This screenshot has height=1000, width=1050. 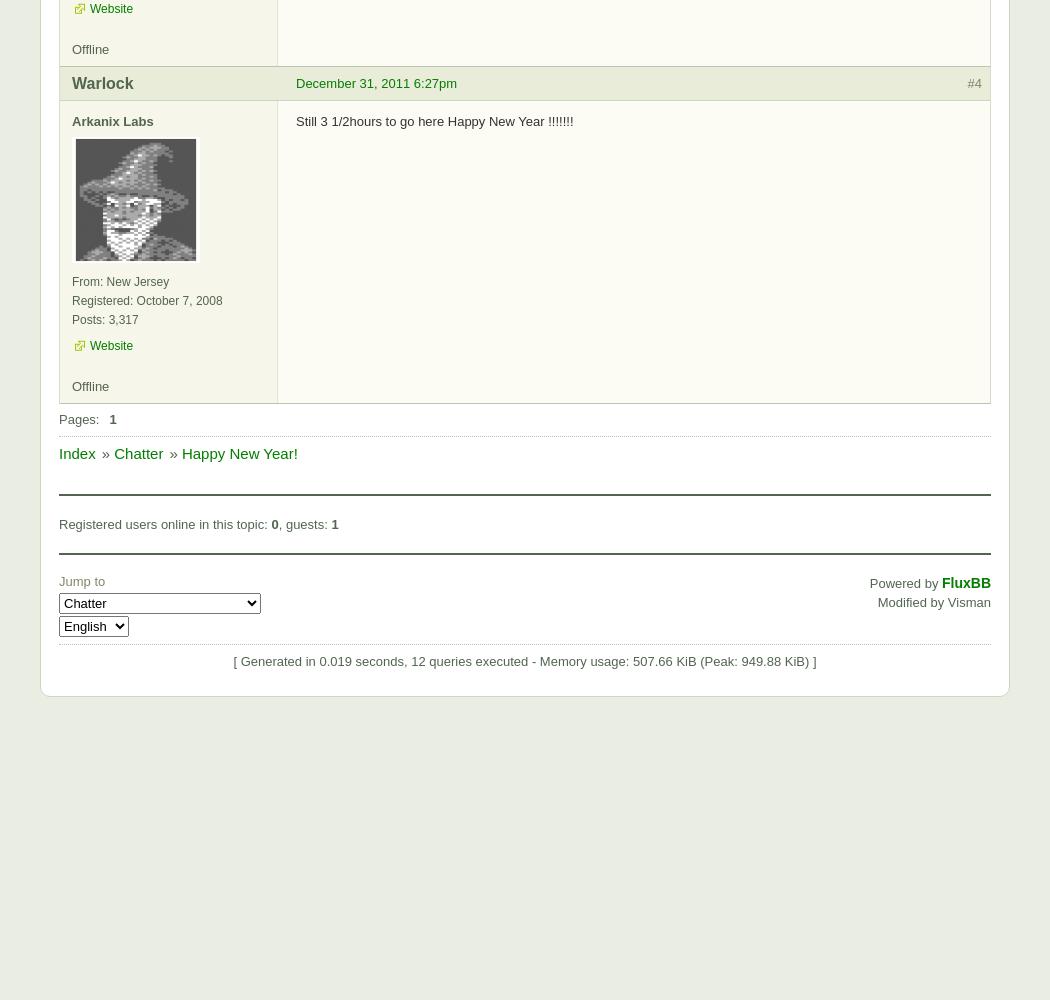 I want to click on '#4', so click(x=973, y=81).